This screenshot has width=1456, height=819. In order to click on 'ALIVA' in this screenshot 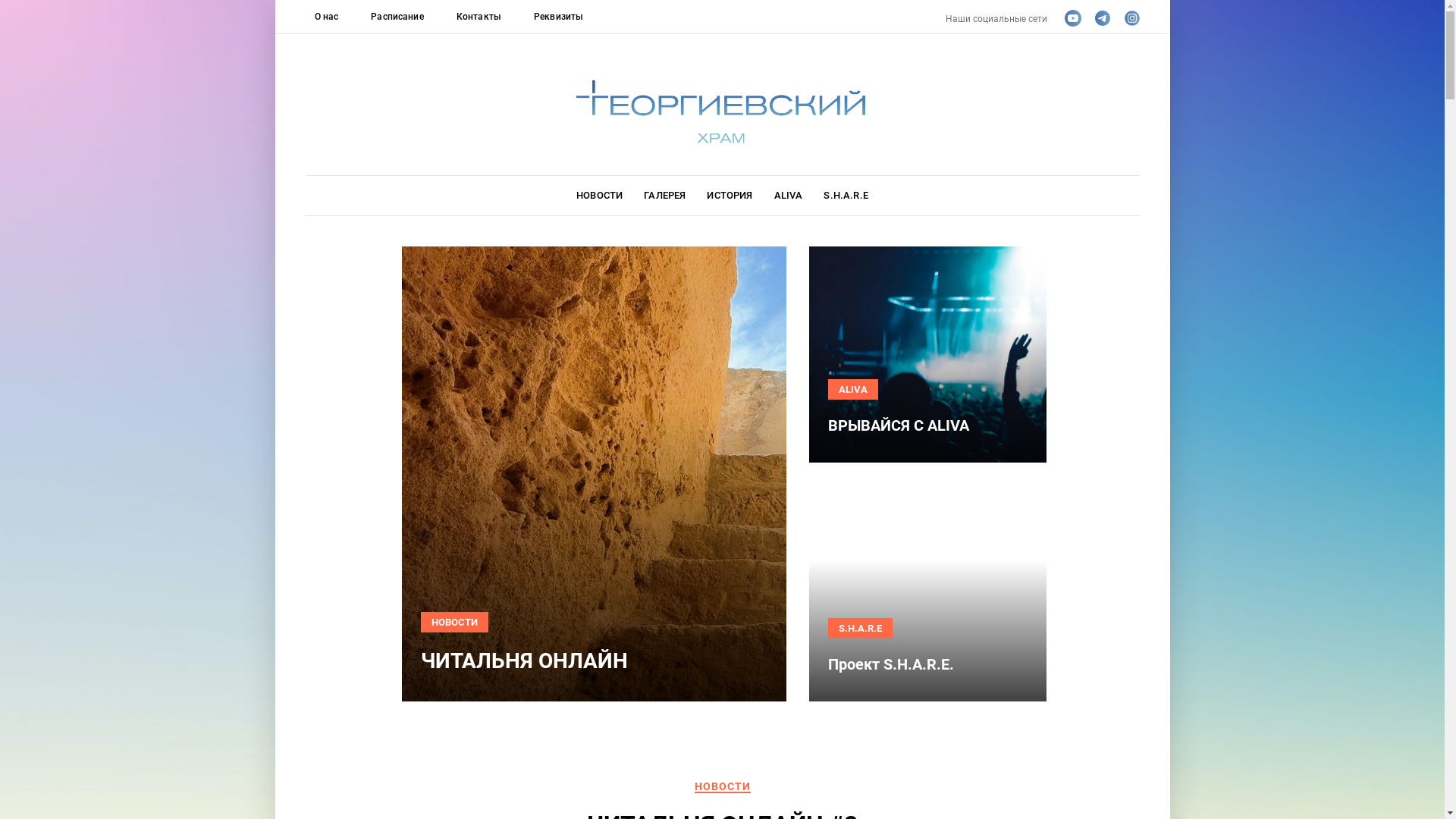, I will do `click(852, 388)`.